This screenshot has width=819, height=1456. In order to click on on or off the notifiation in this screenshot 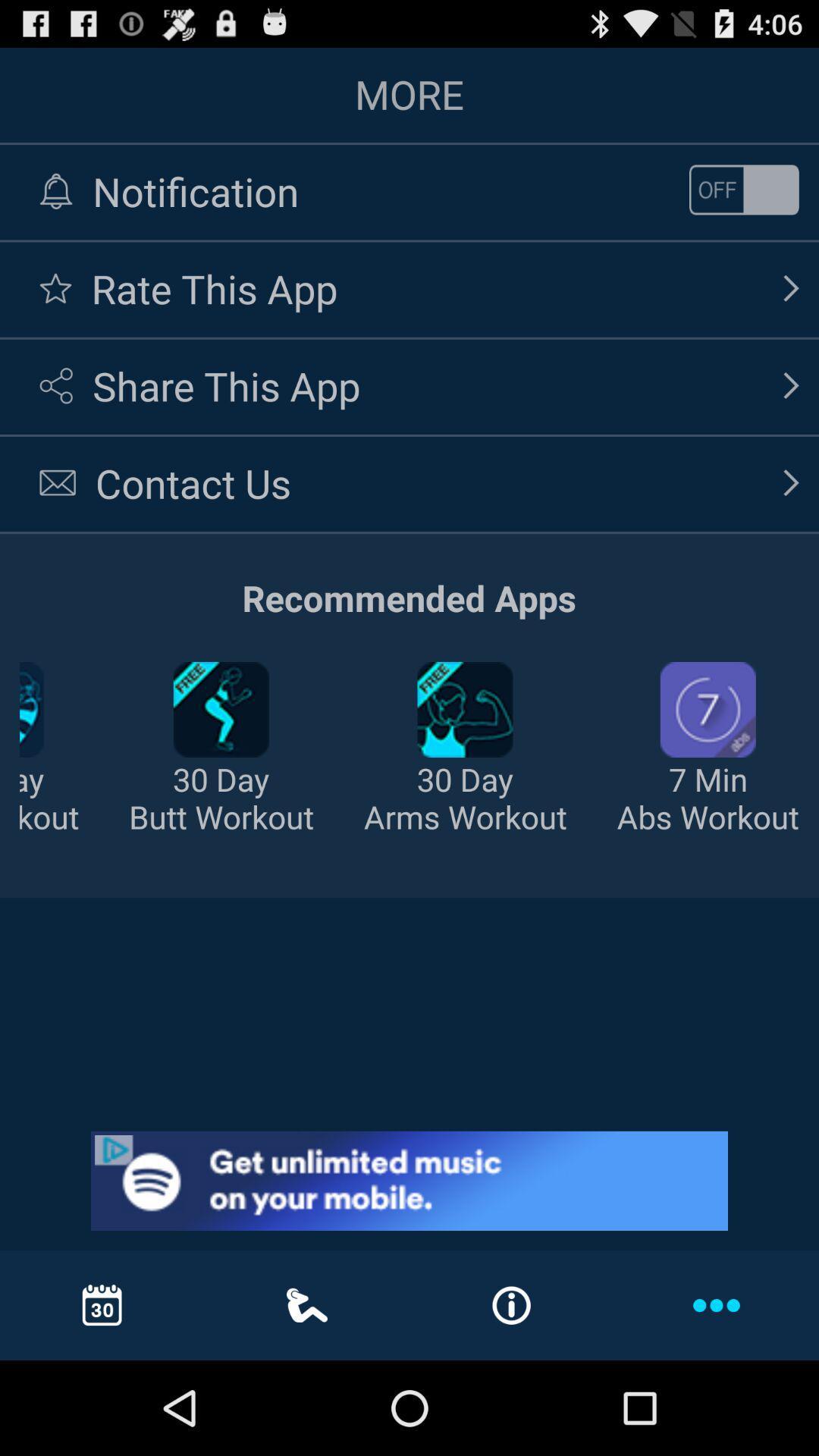, I will do `click(743, 189)`.